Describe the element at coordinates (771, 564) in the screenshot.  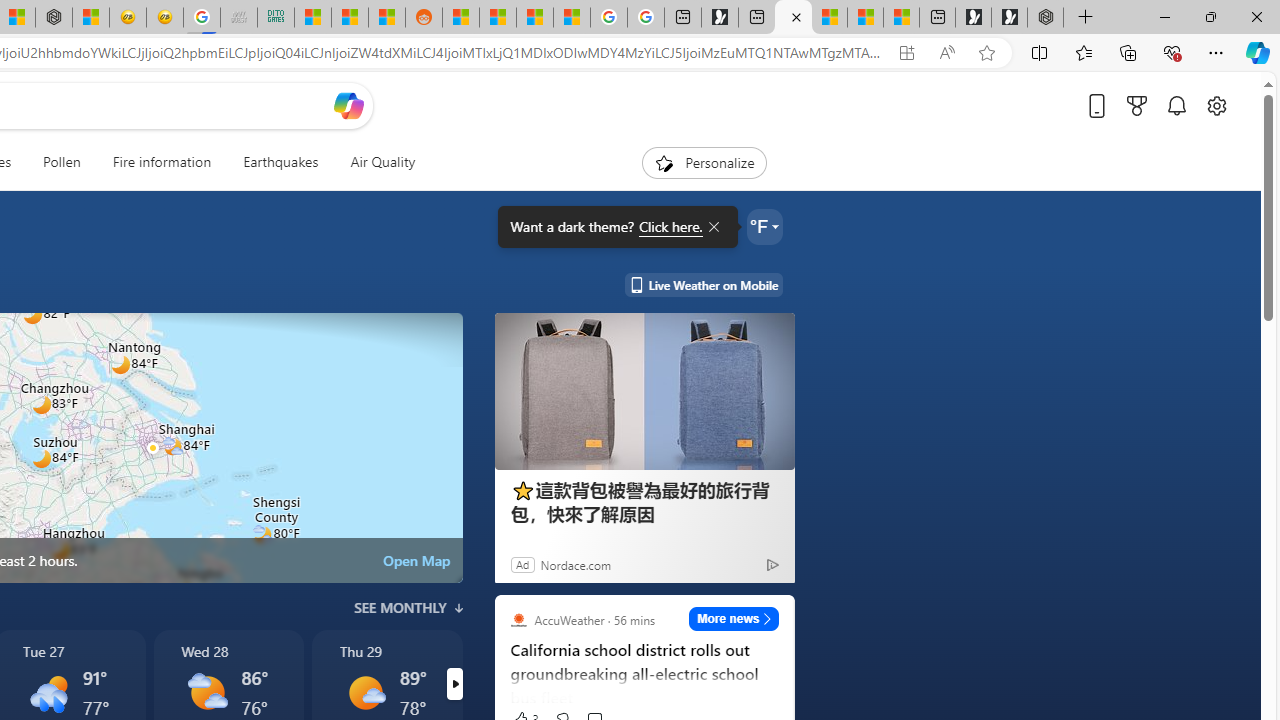
I see `'Ad Choice'` at that location.